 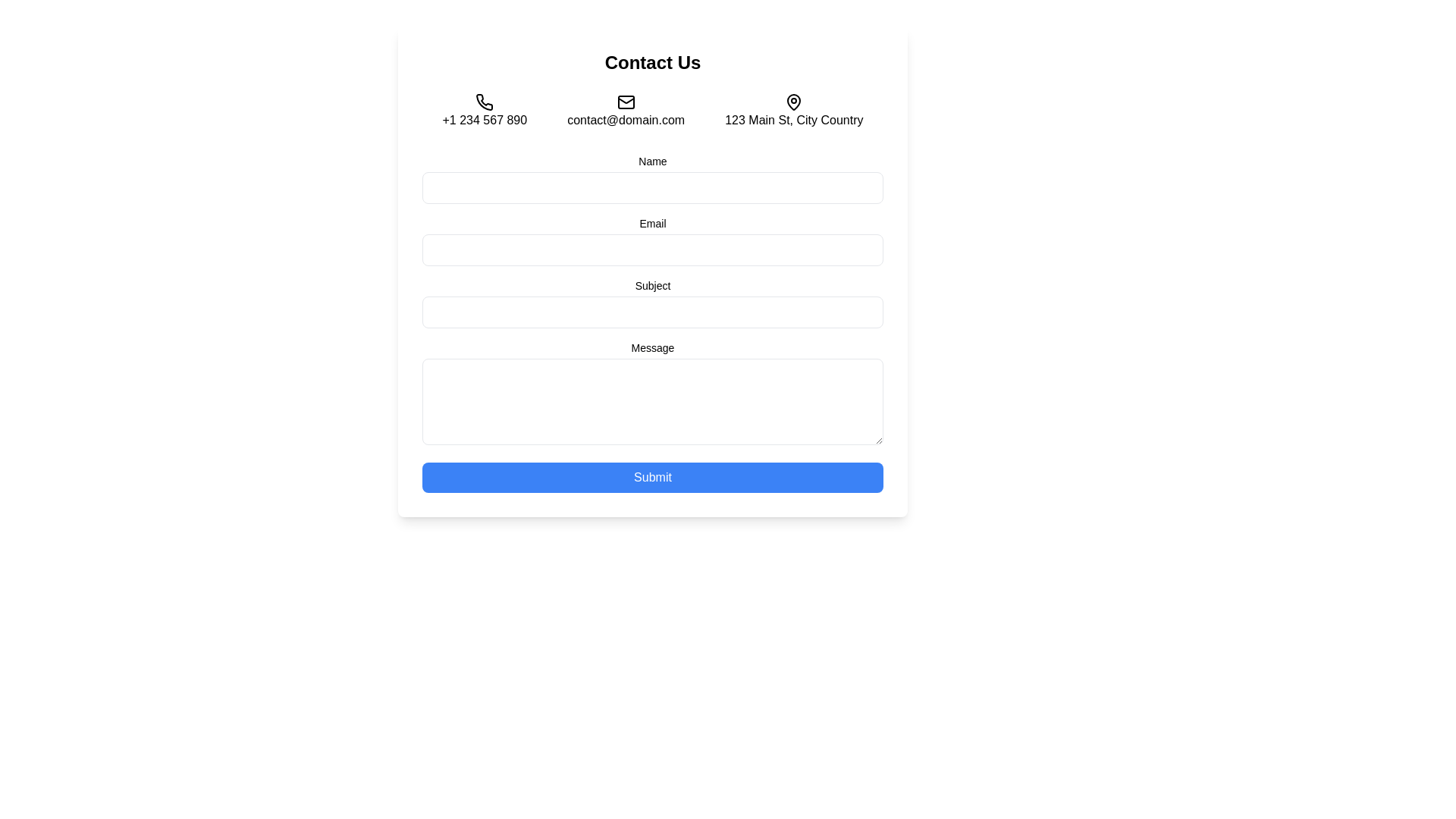 What do you see at coordinates (626, 110) in the screenshot?
I see `the static label displaying 'contact@domain.com' with the mail icon, which is the second element in the contact information group located centrally below the 'Contact Us' heading` at bounding box center [626, 110].